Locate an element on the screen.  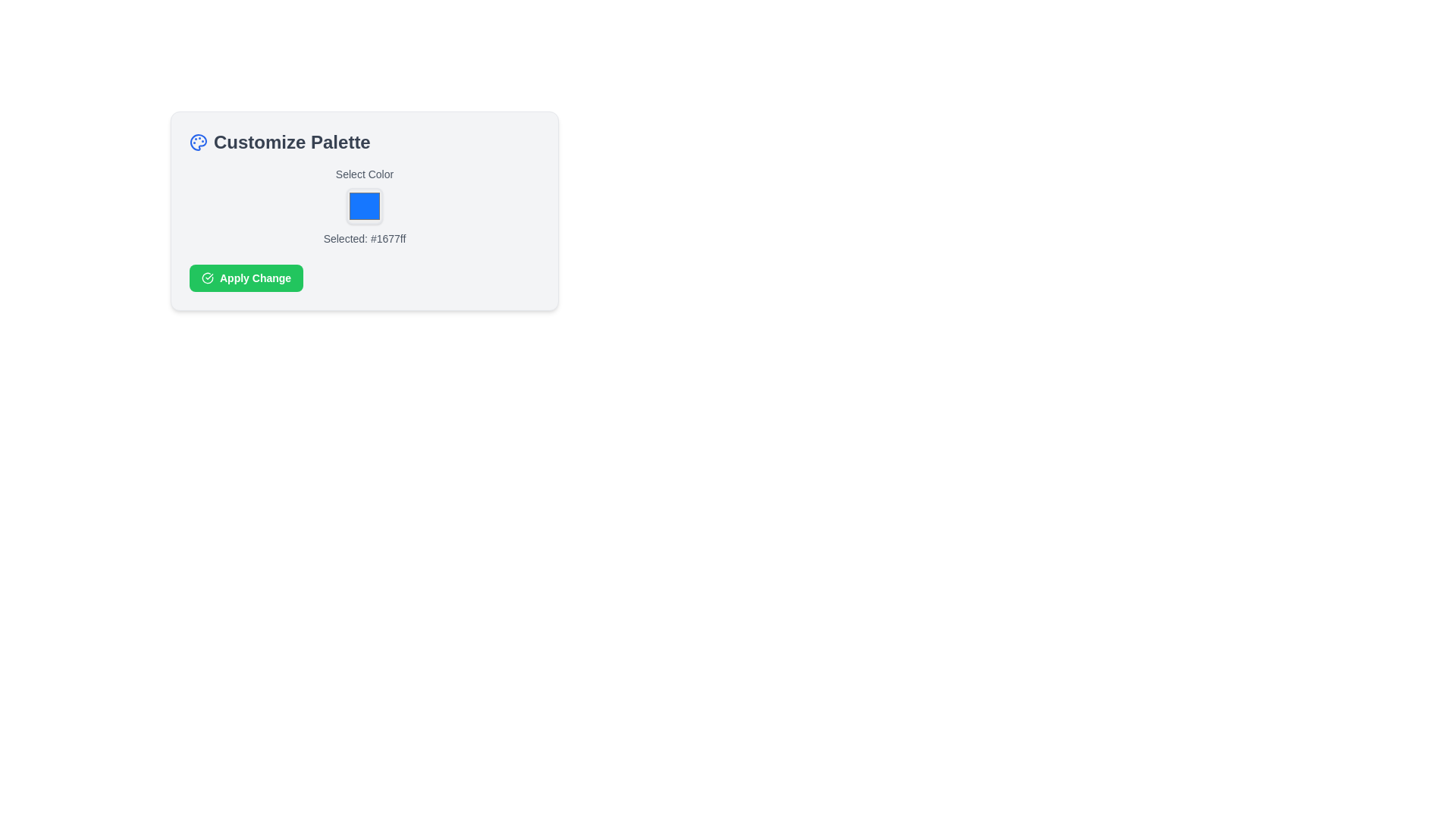
the circular icon located inside the green 'Apply Change' button at the bottom-left corner of the card interface is located at coordinates (206, 278).